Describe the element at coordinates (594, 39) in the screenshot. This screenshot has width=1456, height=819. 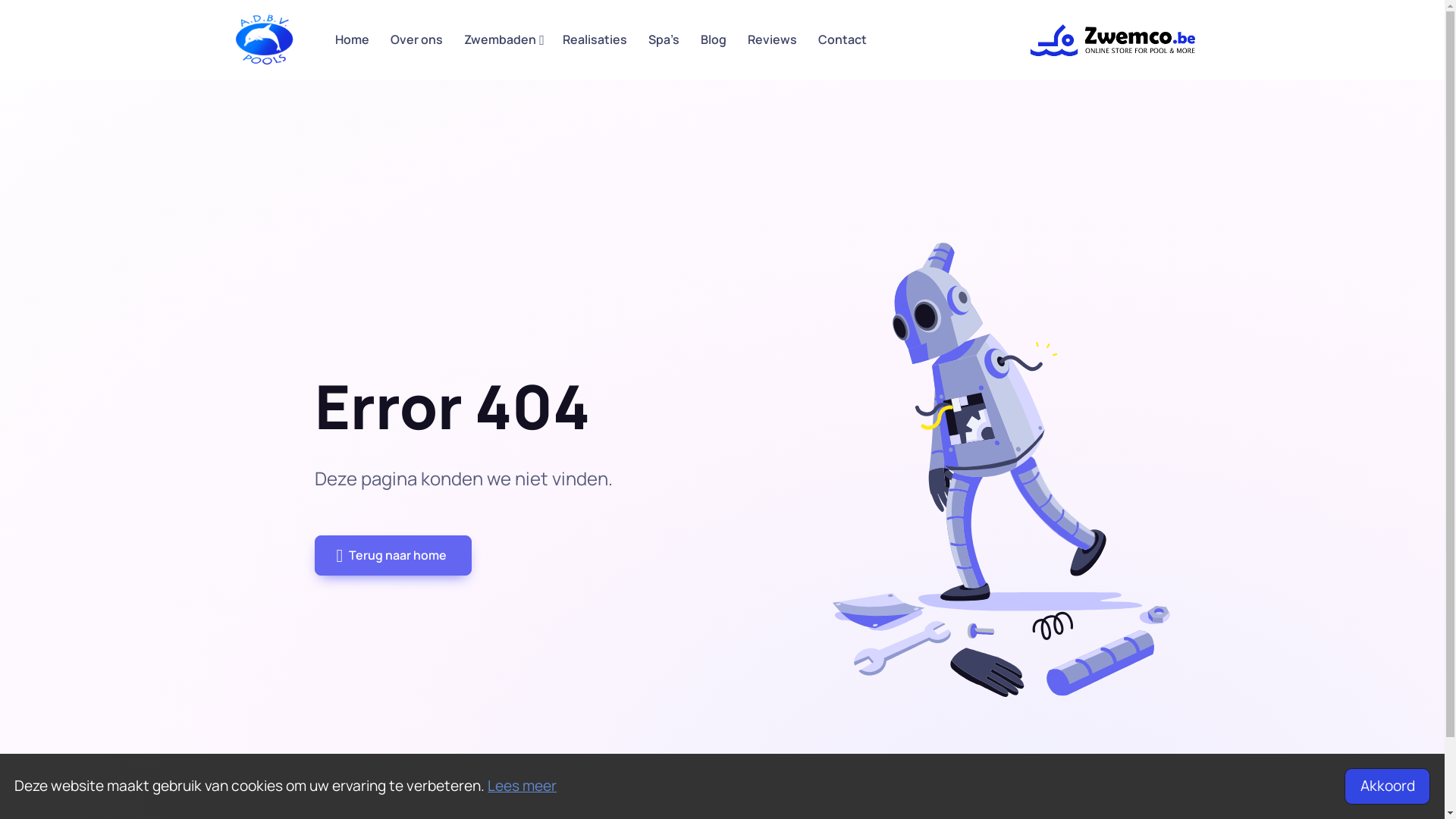
I see `'Realisaties'` at that location.